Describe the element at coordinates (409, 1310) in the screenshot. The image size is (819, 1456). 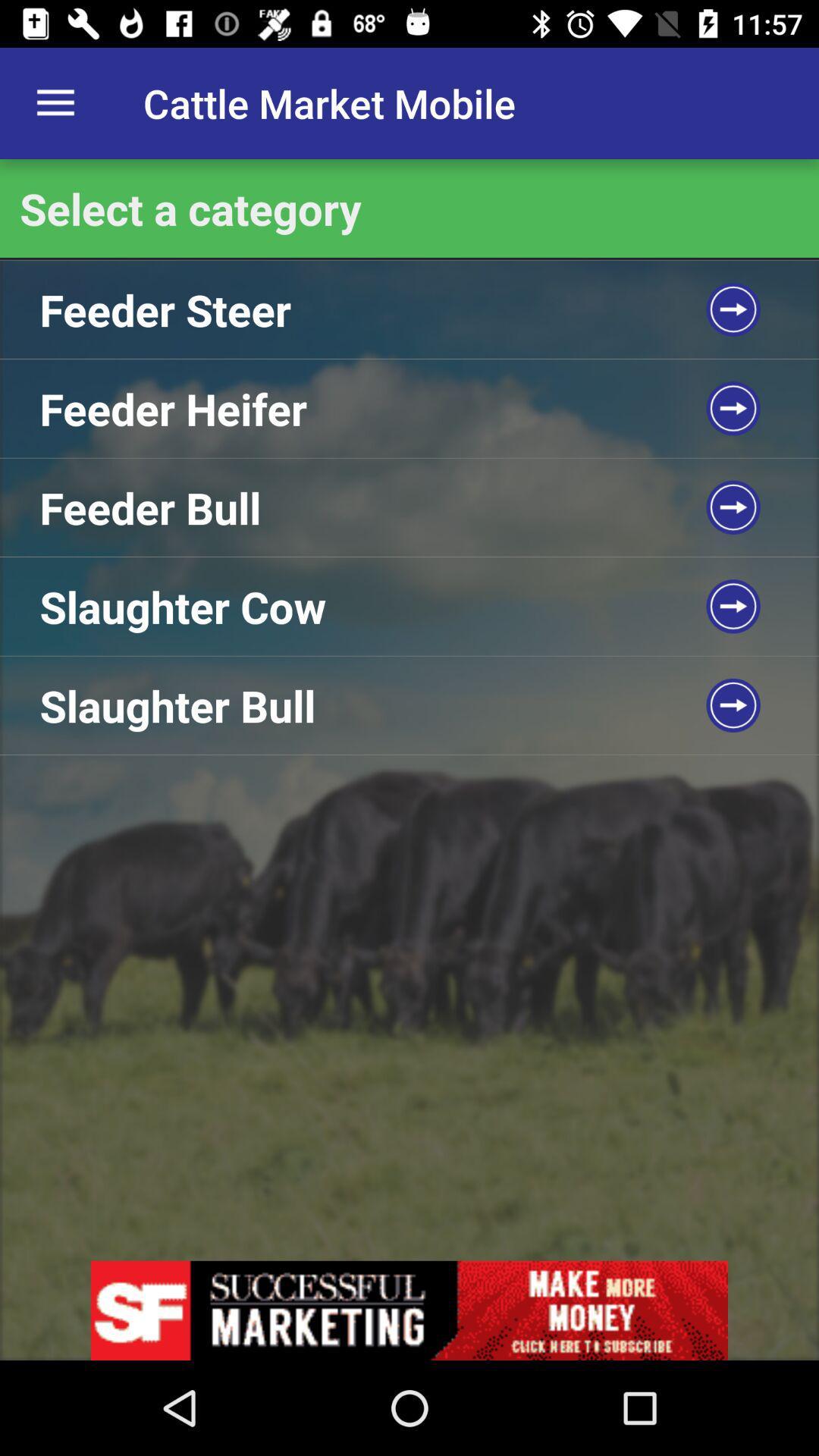
I see `advisement` at that location.